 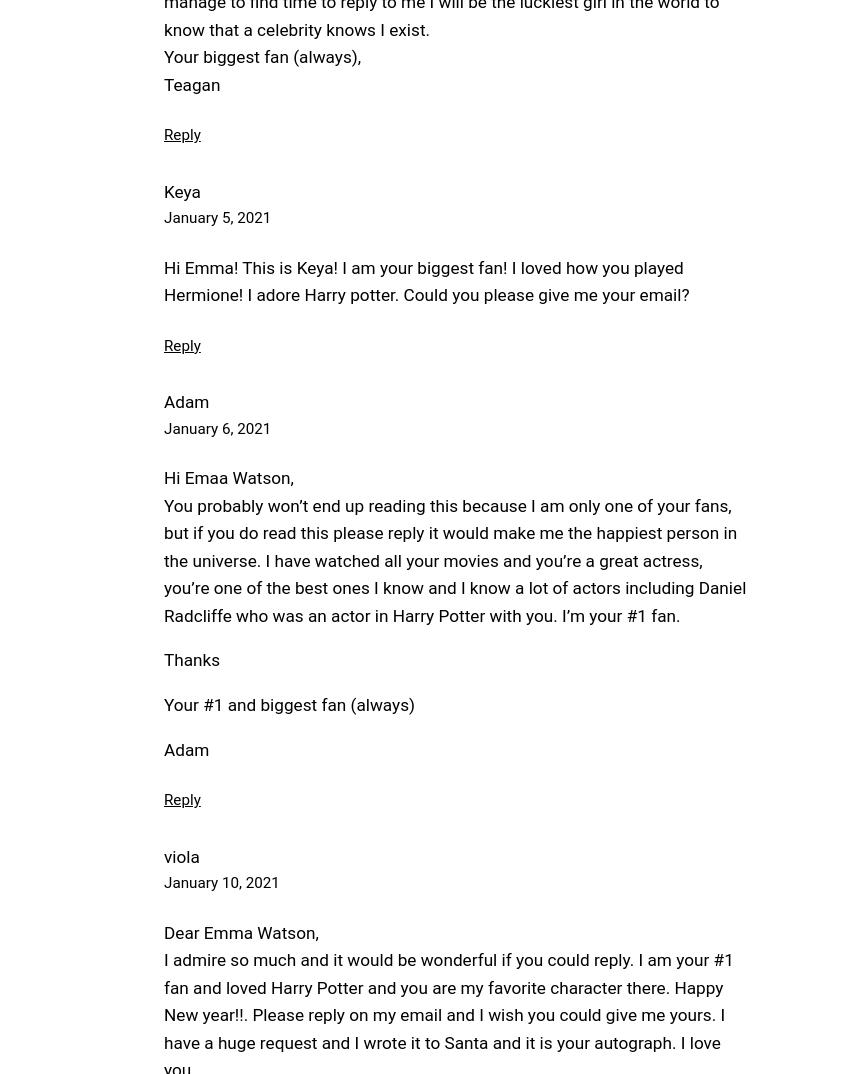 What do you see at coordinates (180, 190) in the screenshot?
I see `'Keya'` at bounding box center [180, 190].